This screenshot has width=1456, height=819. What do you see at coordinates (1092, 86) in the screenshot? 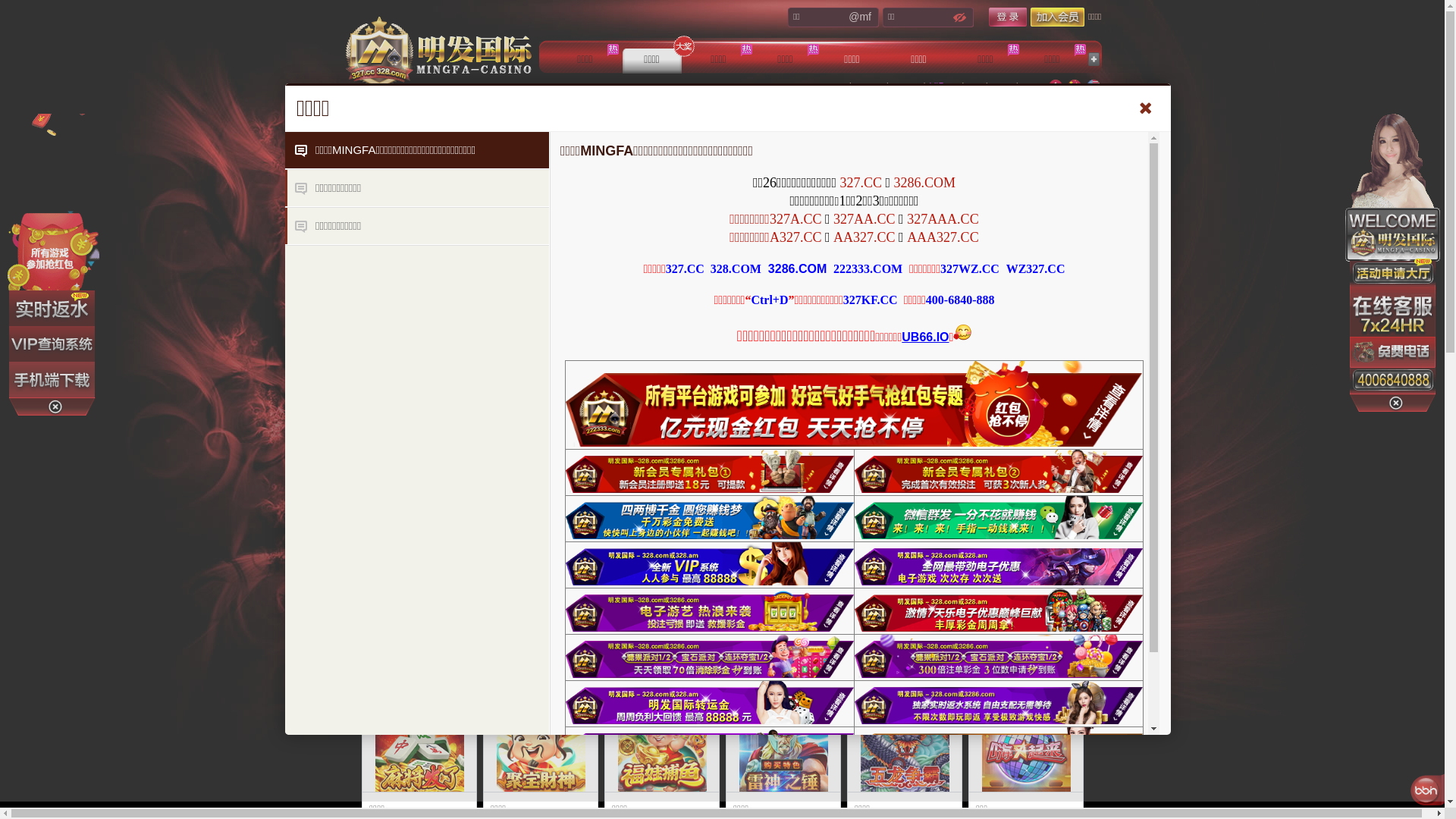
I see `'English'` at bounding box center [1092, 86].